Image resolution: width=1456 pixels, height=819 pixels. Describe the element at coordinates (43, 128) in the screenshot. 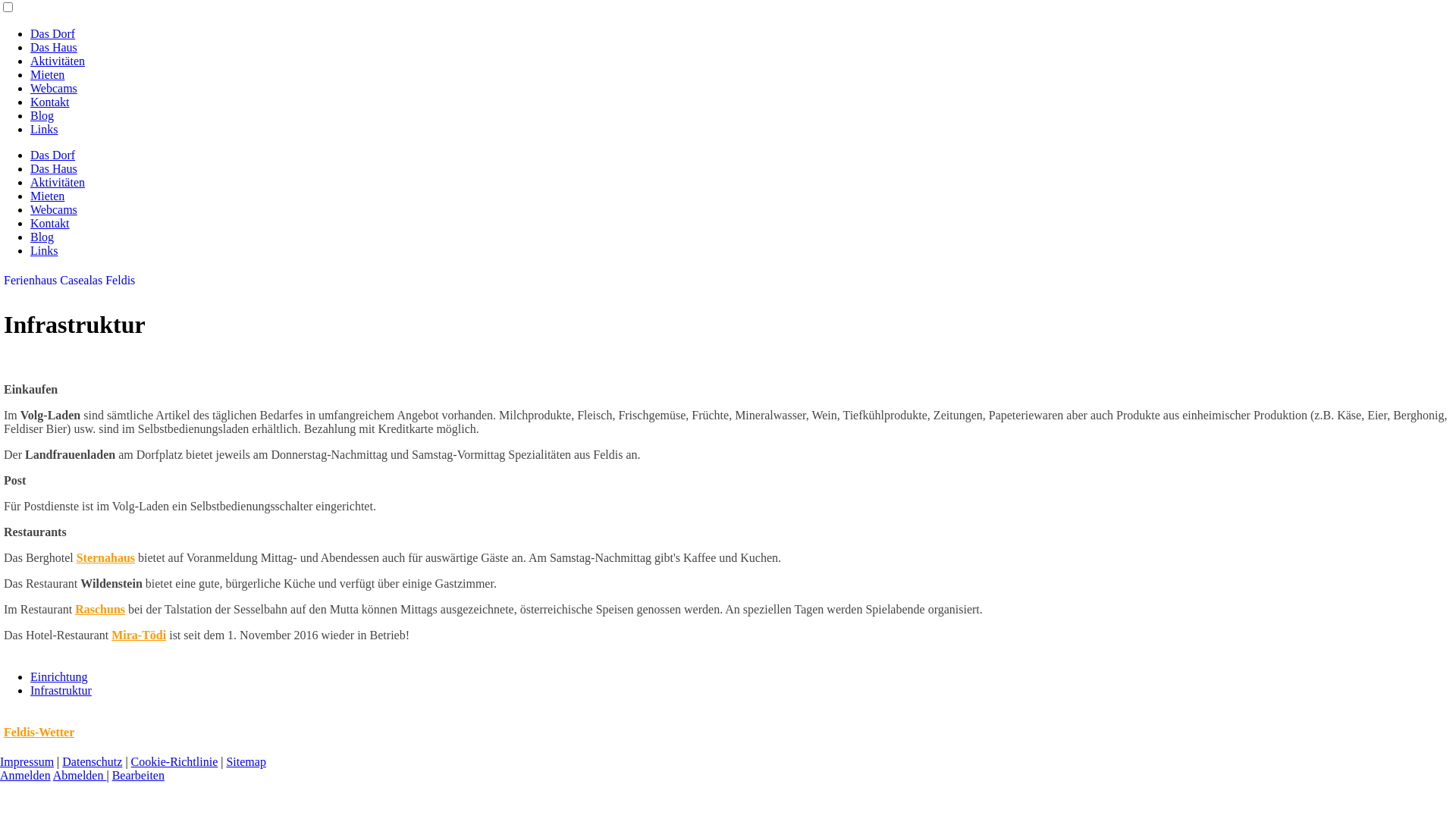

I see `'Links'` at that location.